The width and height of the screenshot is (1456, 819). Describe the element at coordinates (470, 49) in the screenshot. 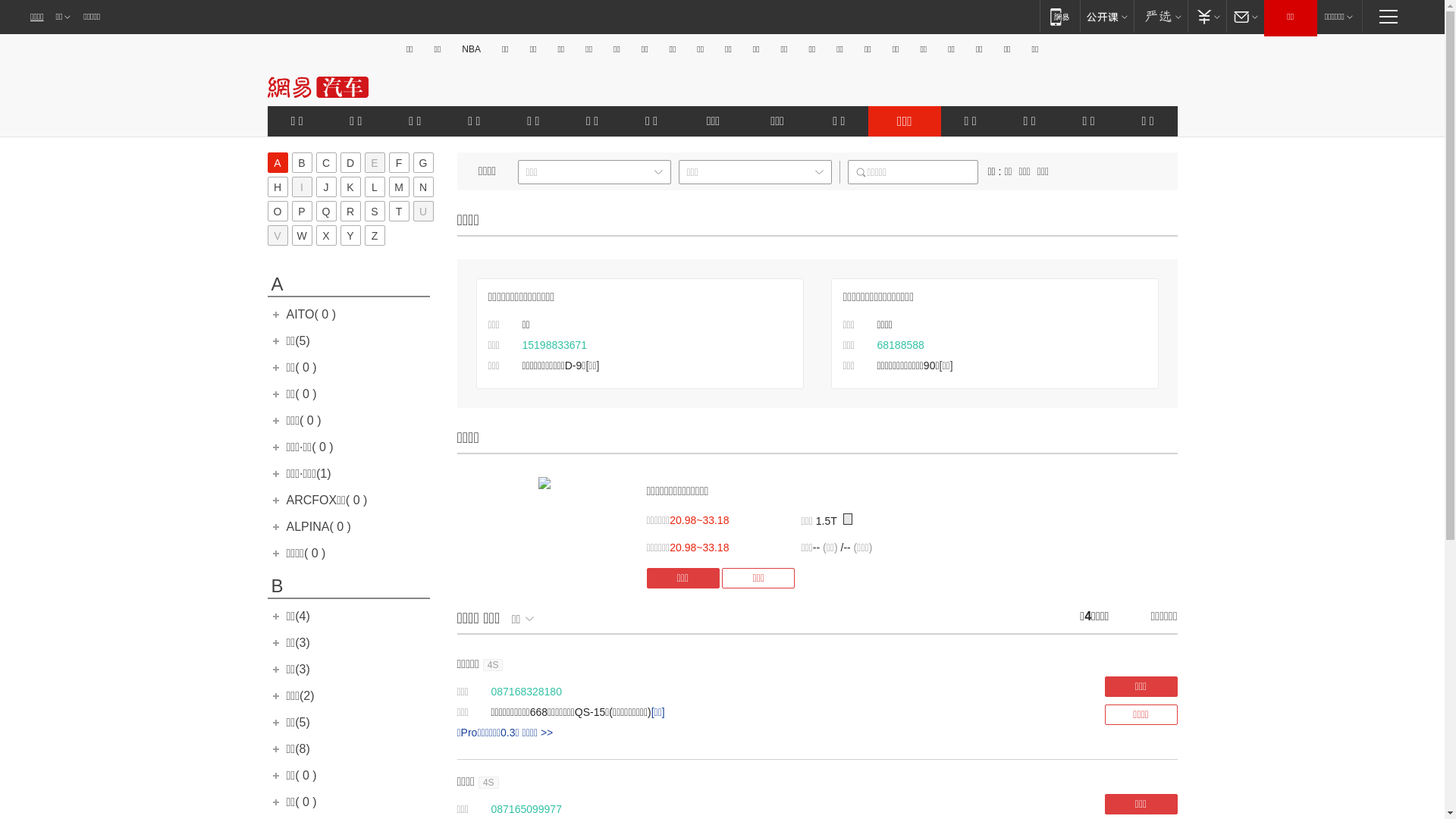

I see `'NBA'` at that location.